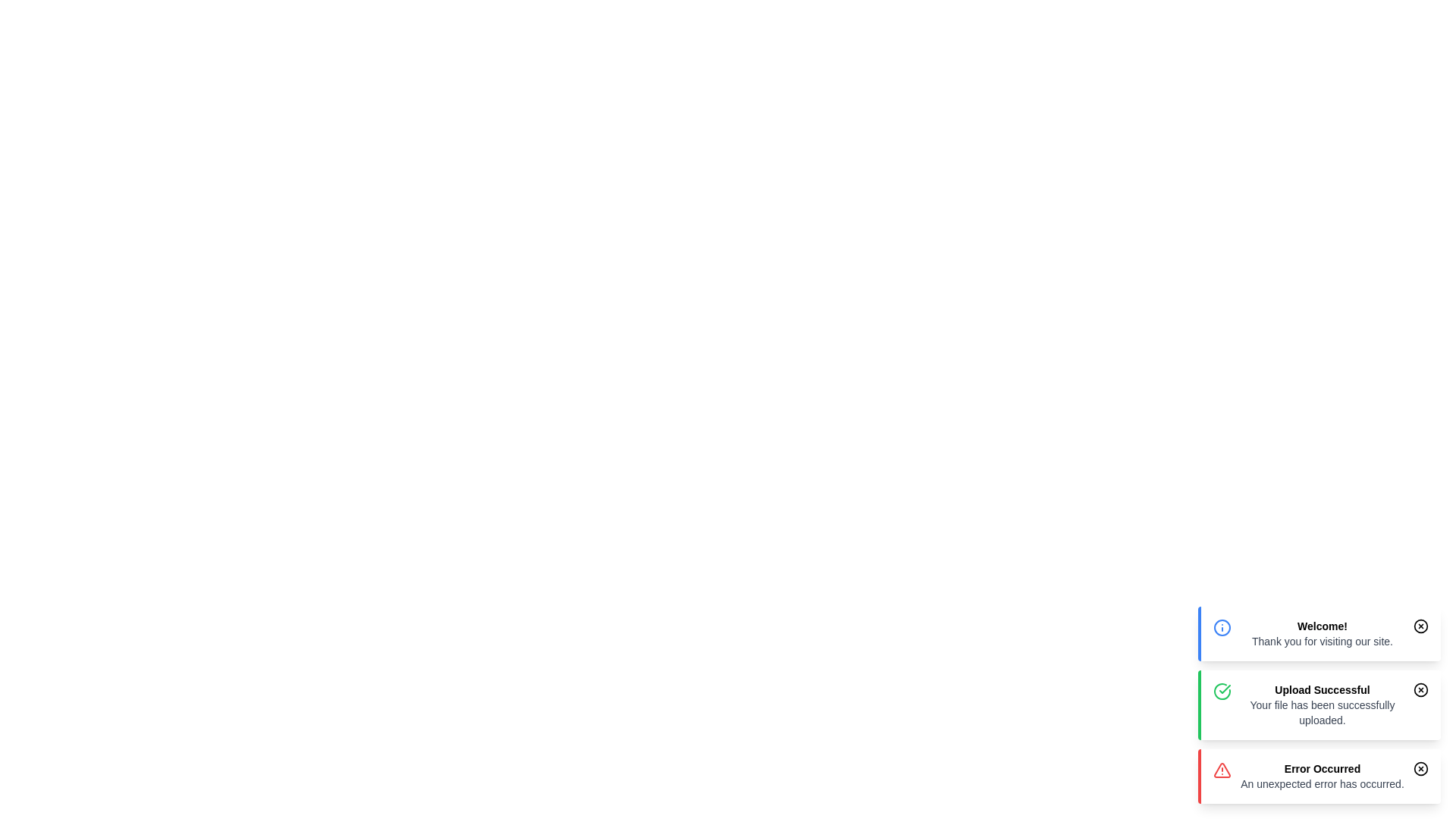 The width and height of the screenshot is (1456, 819). What do you see at coordinates (1321, 634) in the screenshot?
I see `greeting message displayed in the text block which says 'Welcome!' in bold and 'Thank you for visiting our site.' in smaller, grayish text` at bounding box center [1321, 634].